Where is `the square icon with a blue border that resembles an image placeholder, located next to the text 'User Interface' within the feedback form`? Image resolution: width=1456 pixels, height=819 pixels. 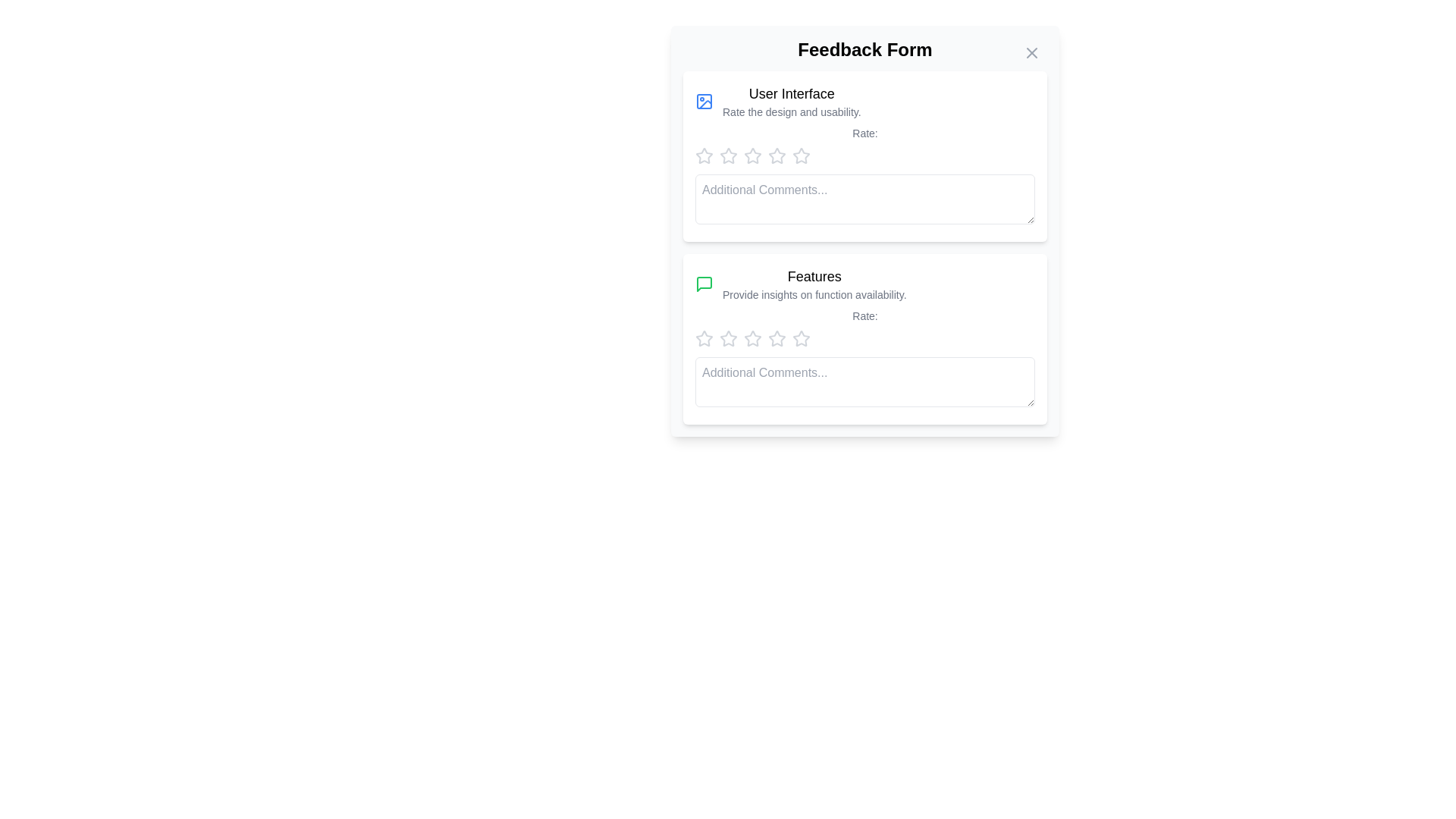 the square icon with a blue border that resembles an image placeholder, located next to the text 'User Interface' within the feedback form is located at coordinates (704, 102).